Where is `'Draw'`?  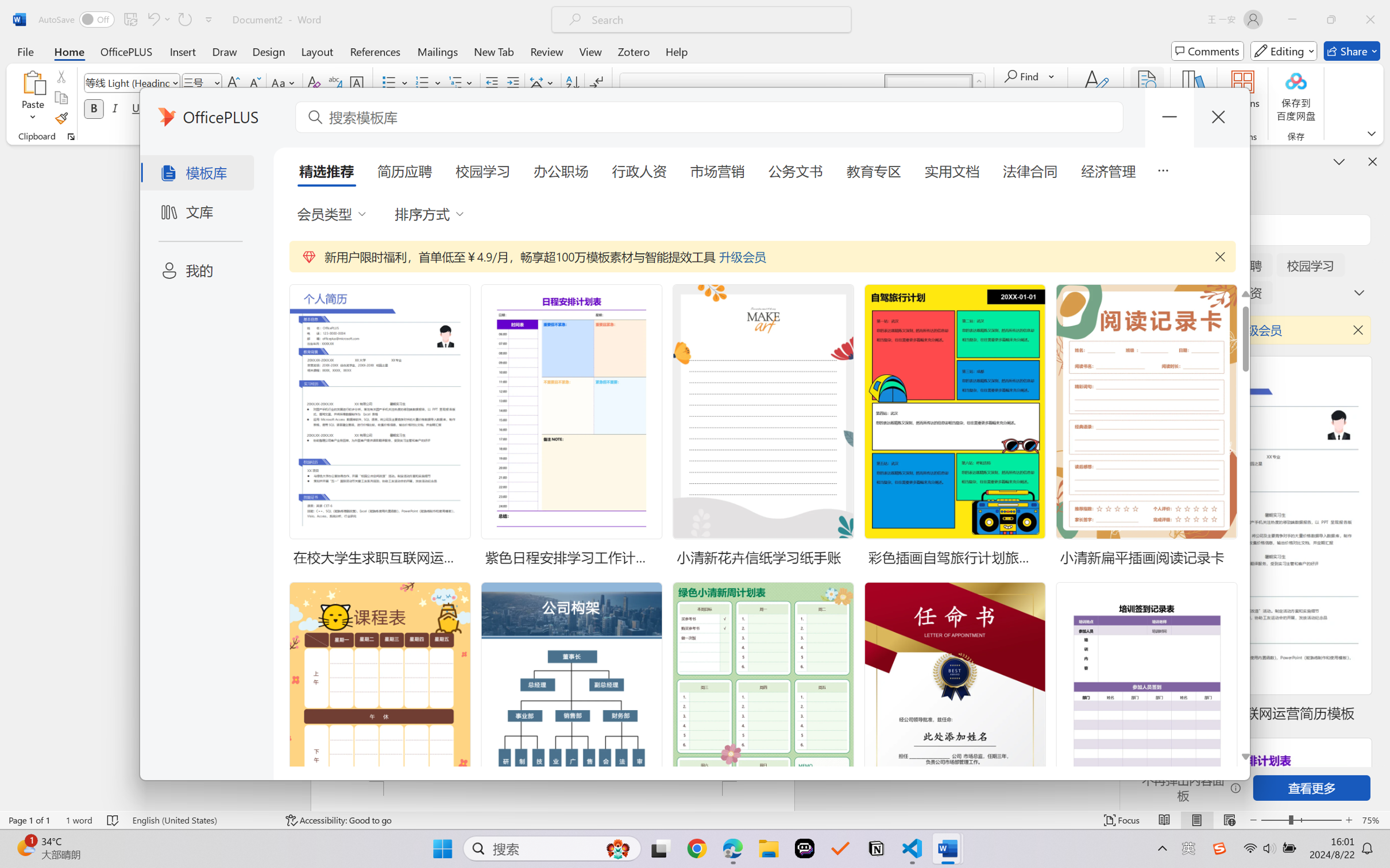 'Draw' is located at coordinates (225, 51).